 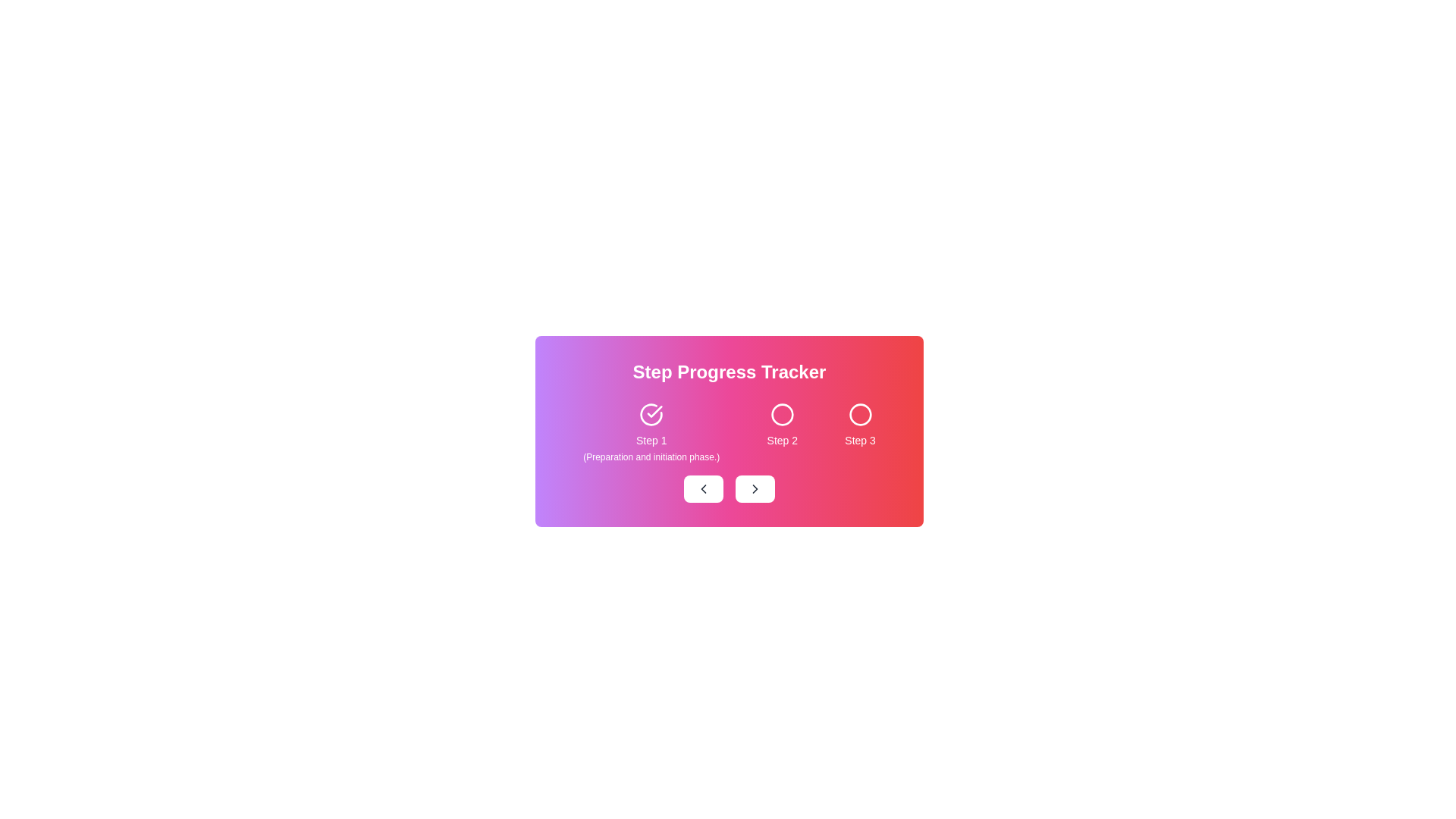 I want to click on the Text Label indicating the third step in the progress indicator, positioned below the circle icon in the vertical sequence, so click(x=860, y=441).